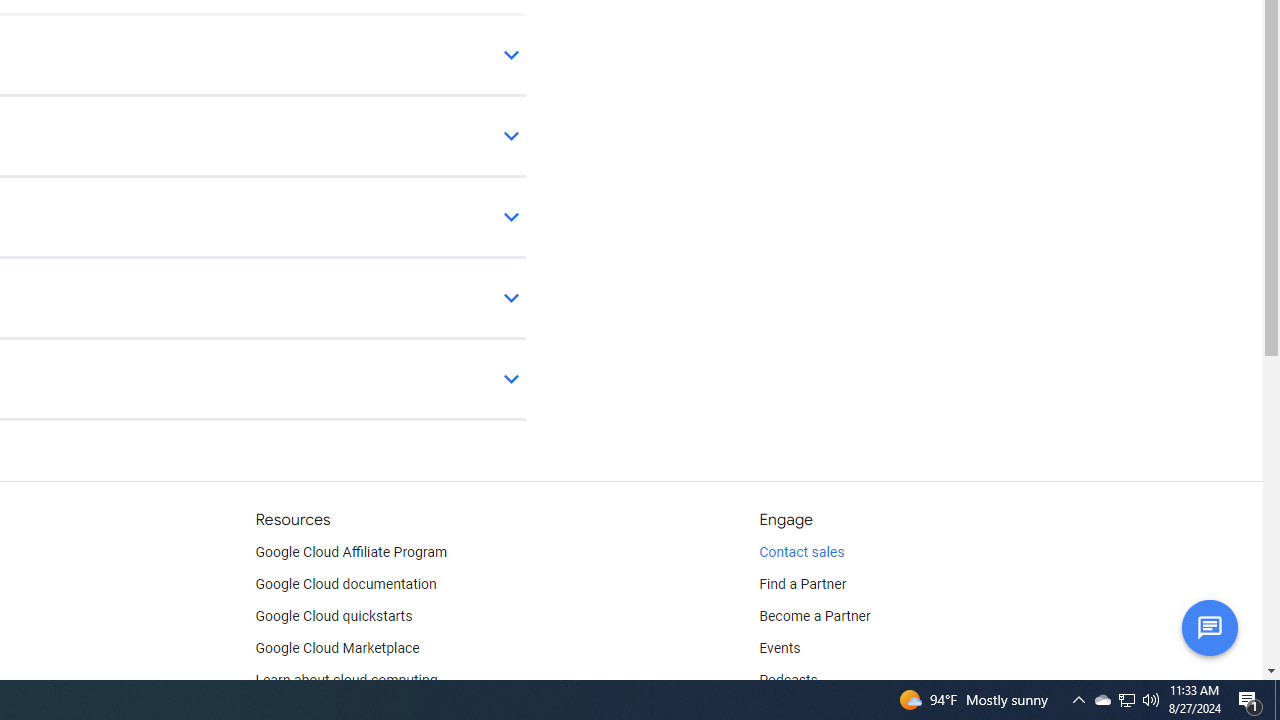  What do you see at coordinates (345, 585) in the screenshot?
I see `'Google Cloud documentation'` at bounding box center [345, 585].